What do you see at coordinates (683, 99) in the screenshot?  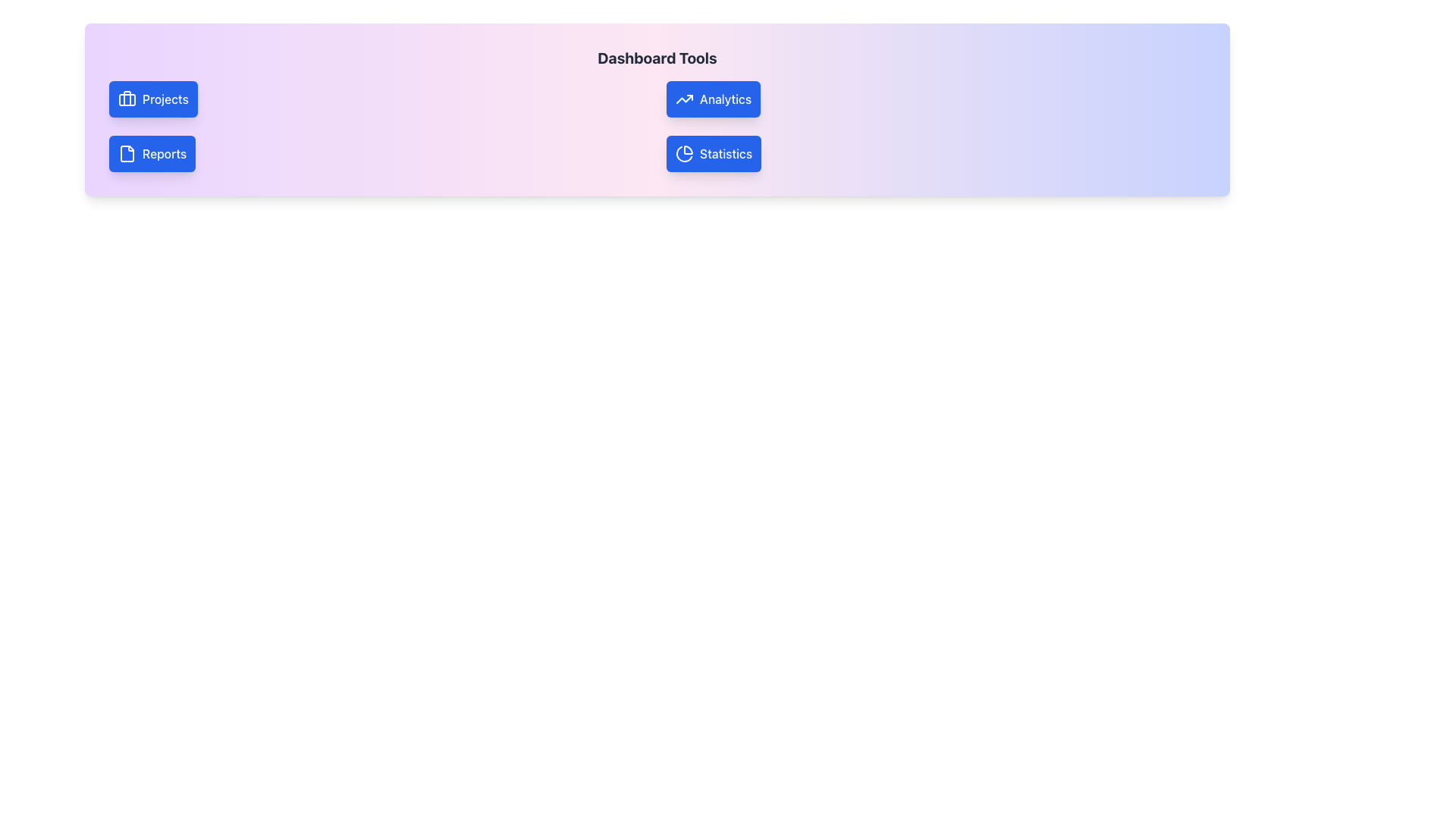 I see `the analytics icon located to the left of the 'Analytics' text in the 'Dashboard Tools' section` at bounding box center [683, 99].